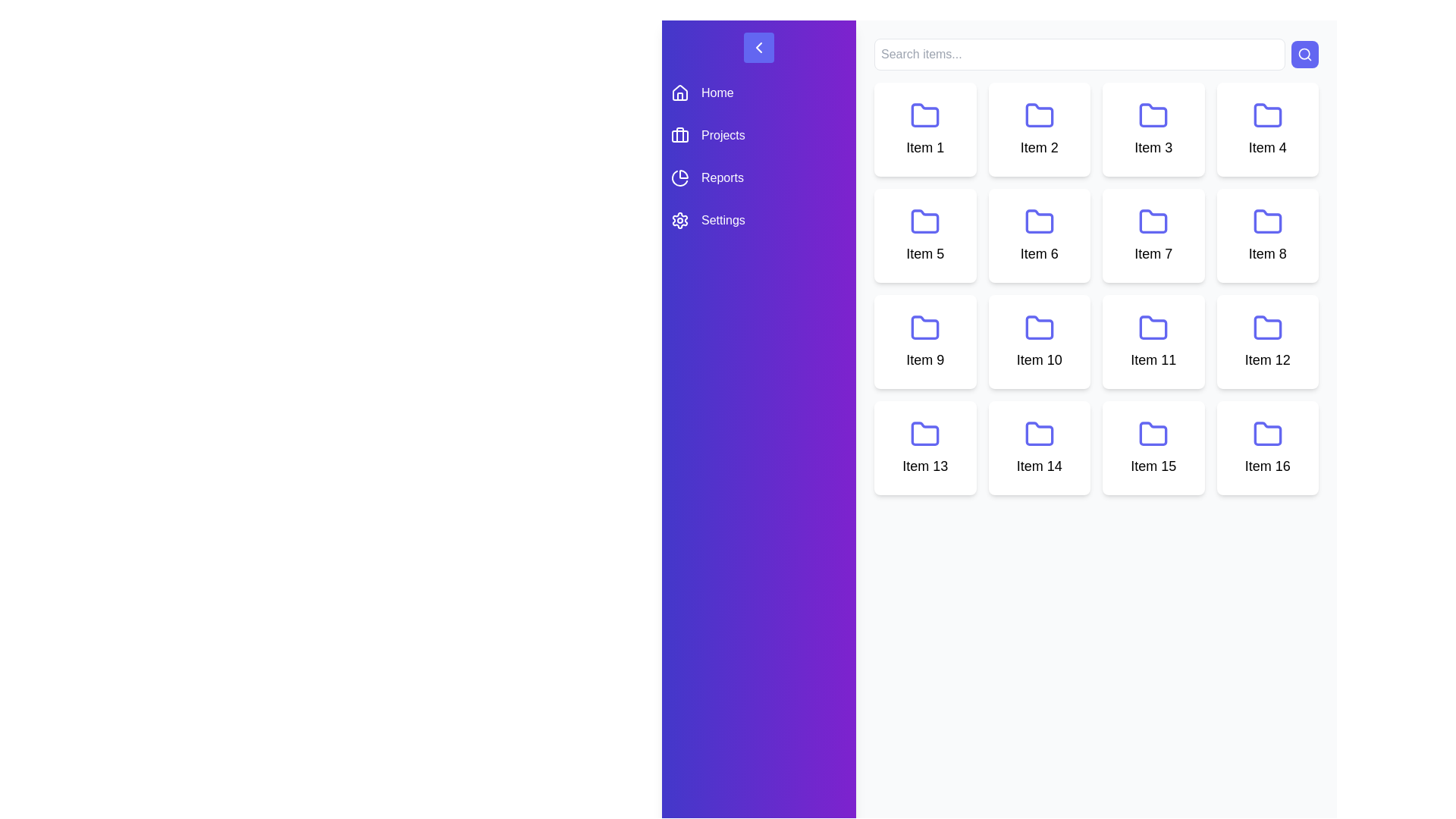  Describe the element at coordinates (759, 93) in the screenshot. I see `the menu item Home to navigate to the corresponding section` at that location.